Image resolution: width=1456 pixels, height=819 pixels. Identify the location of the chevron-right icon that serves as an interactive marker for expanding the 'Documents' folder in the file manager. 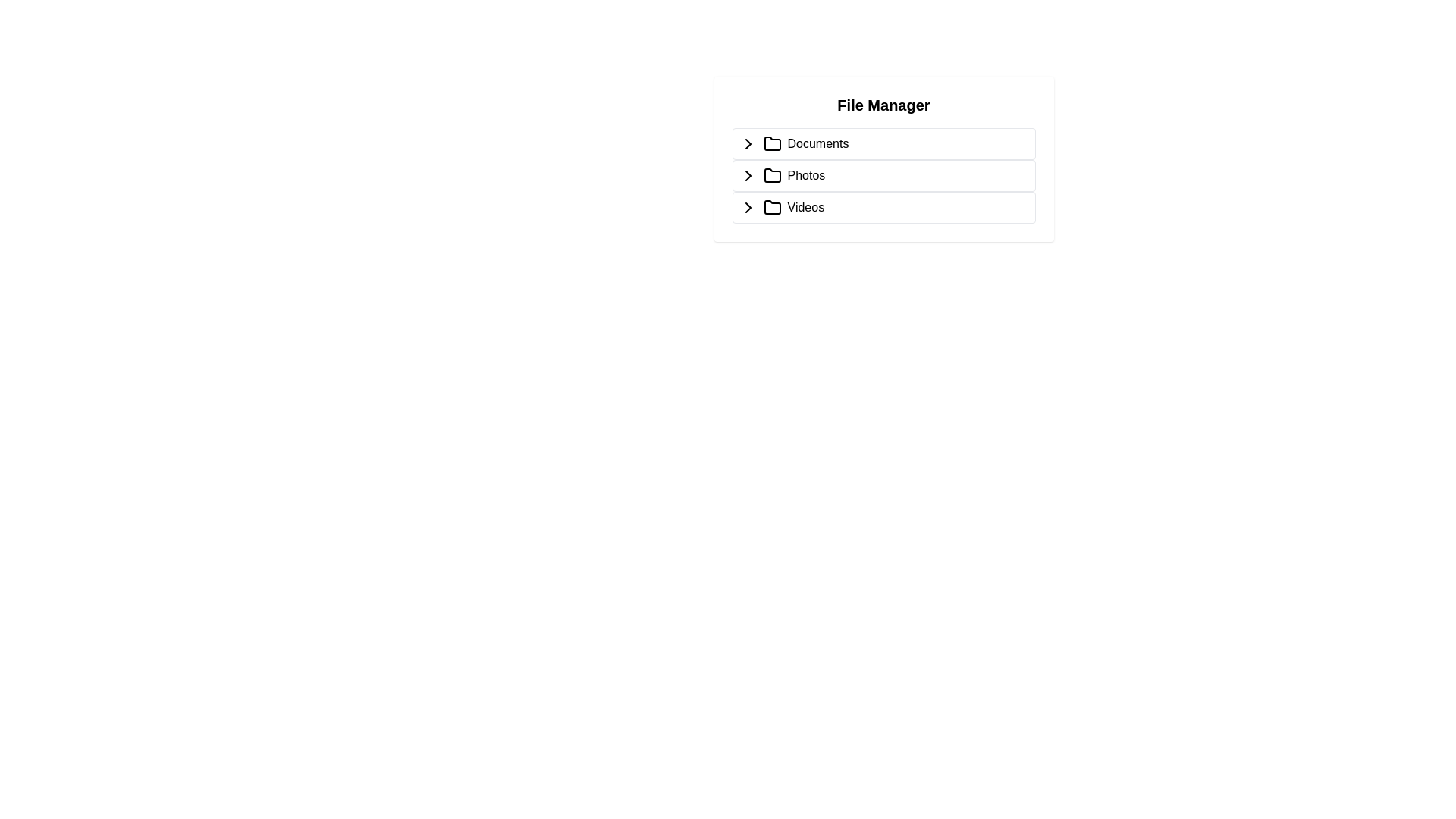
(748, 143).